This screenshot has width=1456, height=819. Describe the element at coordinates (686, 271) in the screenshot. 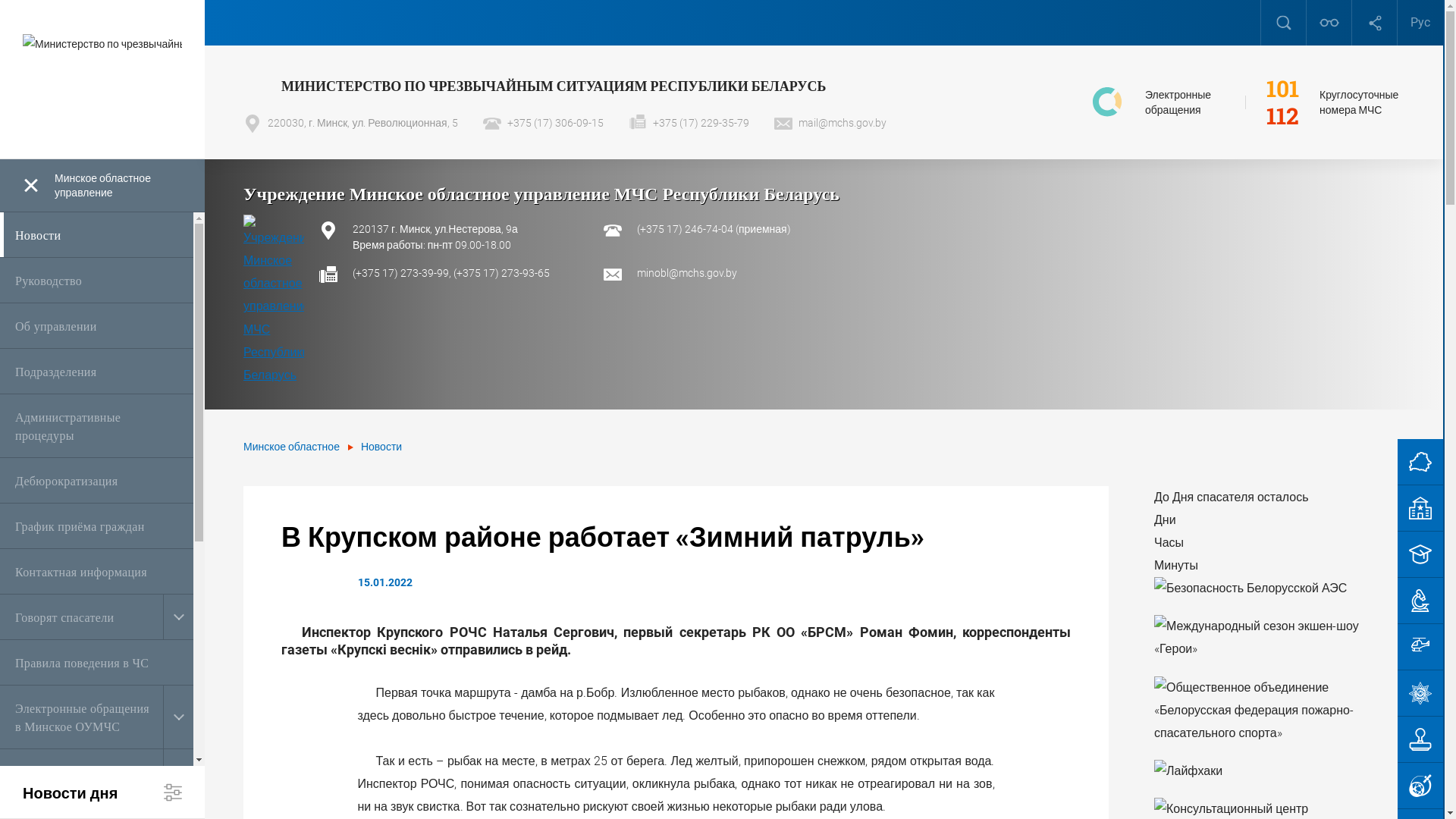

I see `'minobl@mchs.gov.by'` at that location.